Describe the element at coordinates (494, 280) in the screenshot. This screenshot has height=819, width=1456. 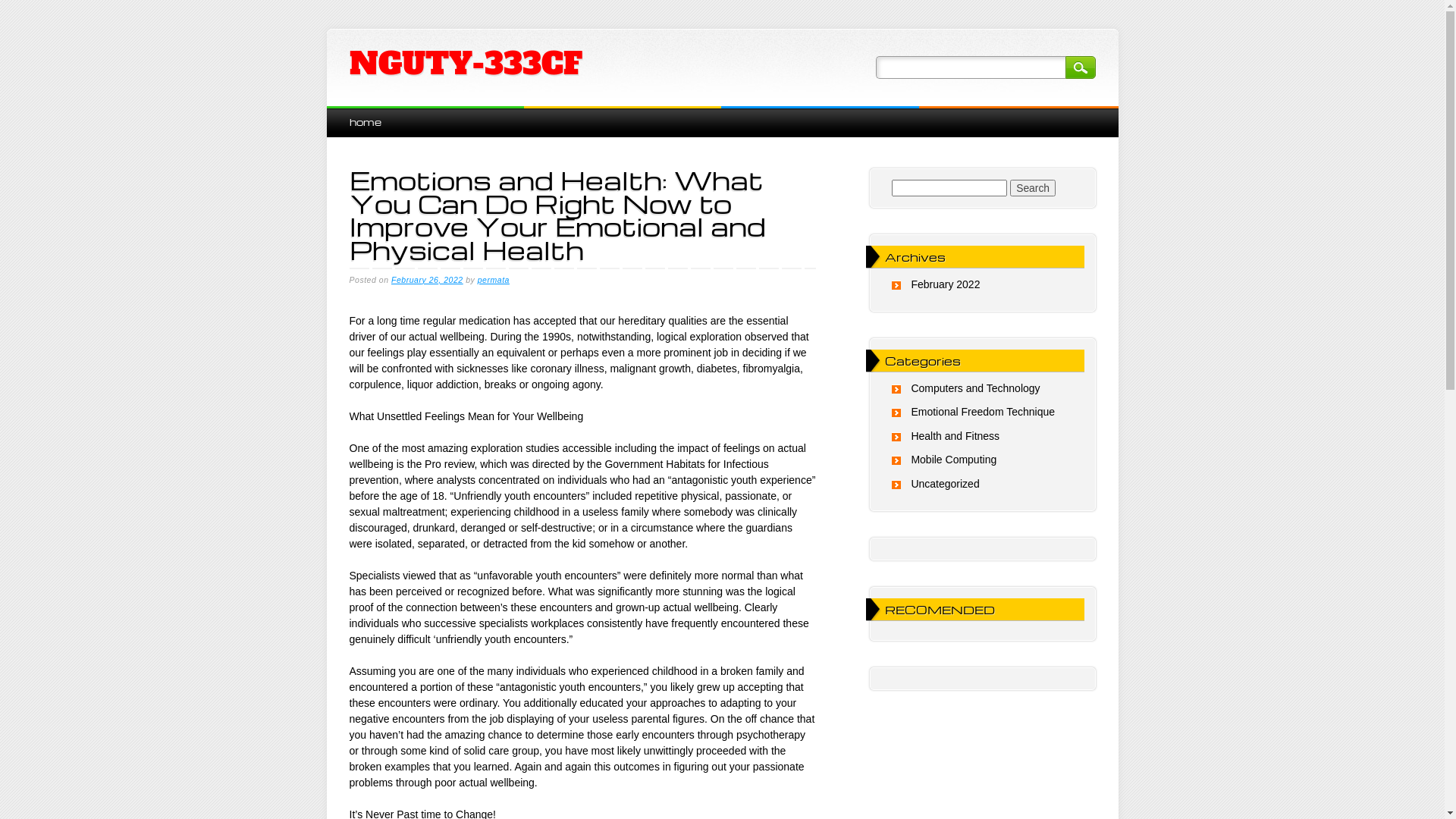
I see `'permata'` at that location.